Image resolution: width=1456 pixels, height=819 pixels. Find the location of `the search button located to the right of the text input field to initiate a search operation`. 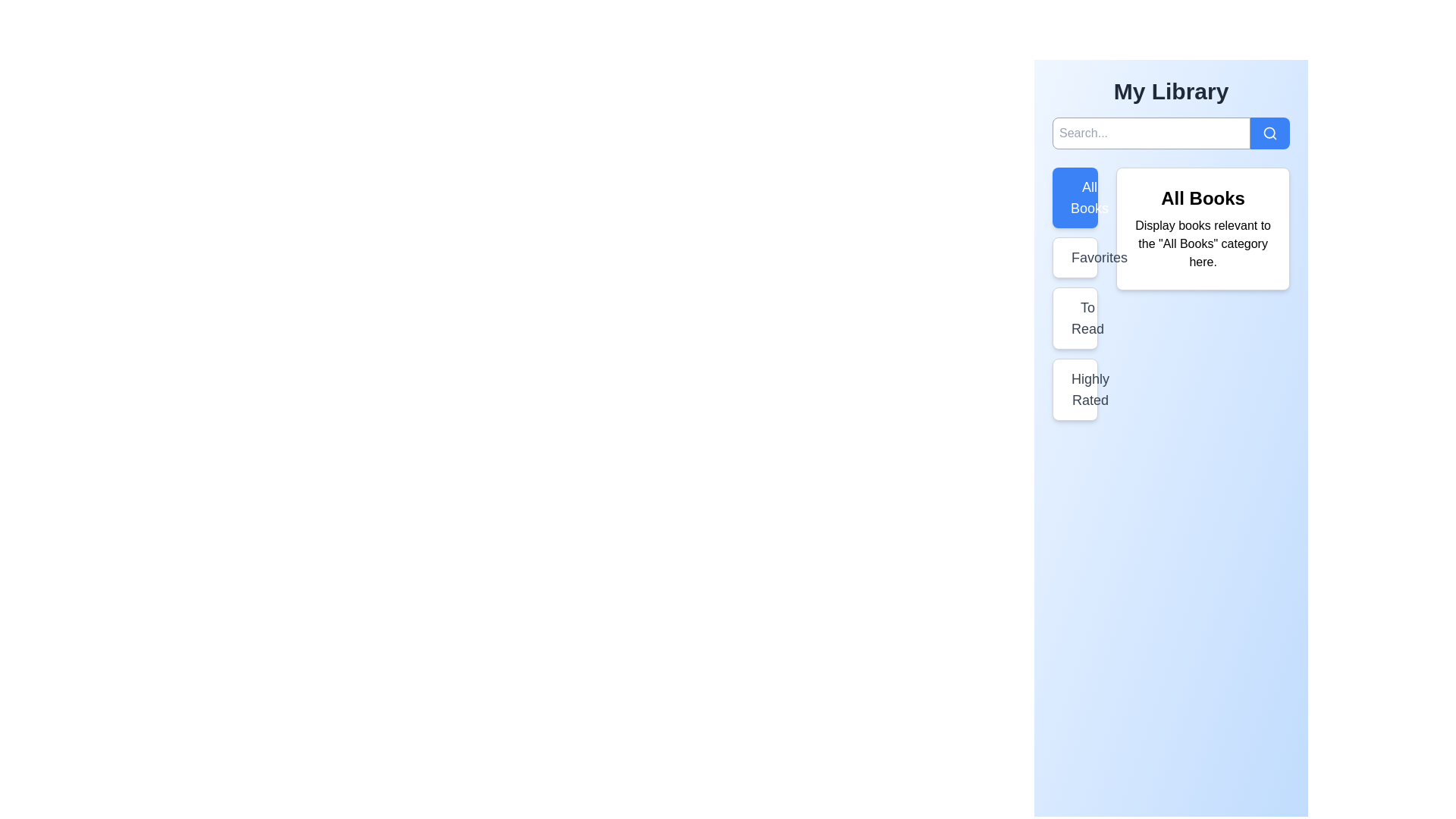

the search button located to the right of the text input field to initiate a search operation is located at coordinates (1270, 133).